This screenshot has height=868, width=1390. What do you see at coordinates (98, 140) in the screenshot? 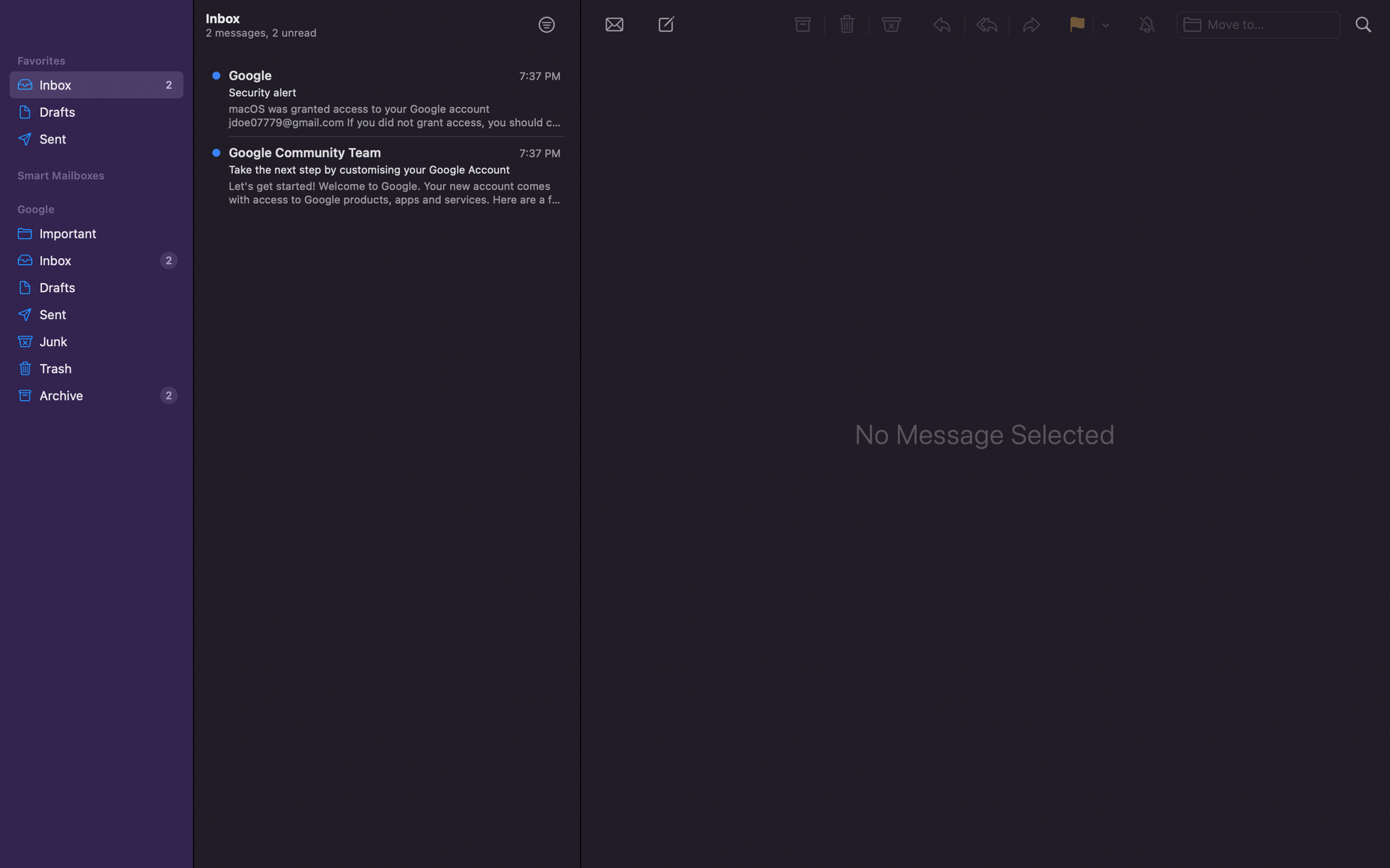
I see `to see the mails that have been sent` at bounding box center [98, 140].